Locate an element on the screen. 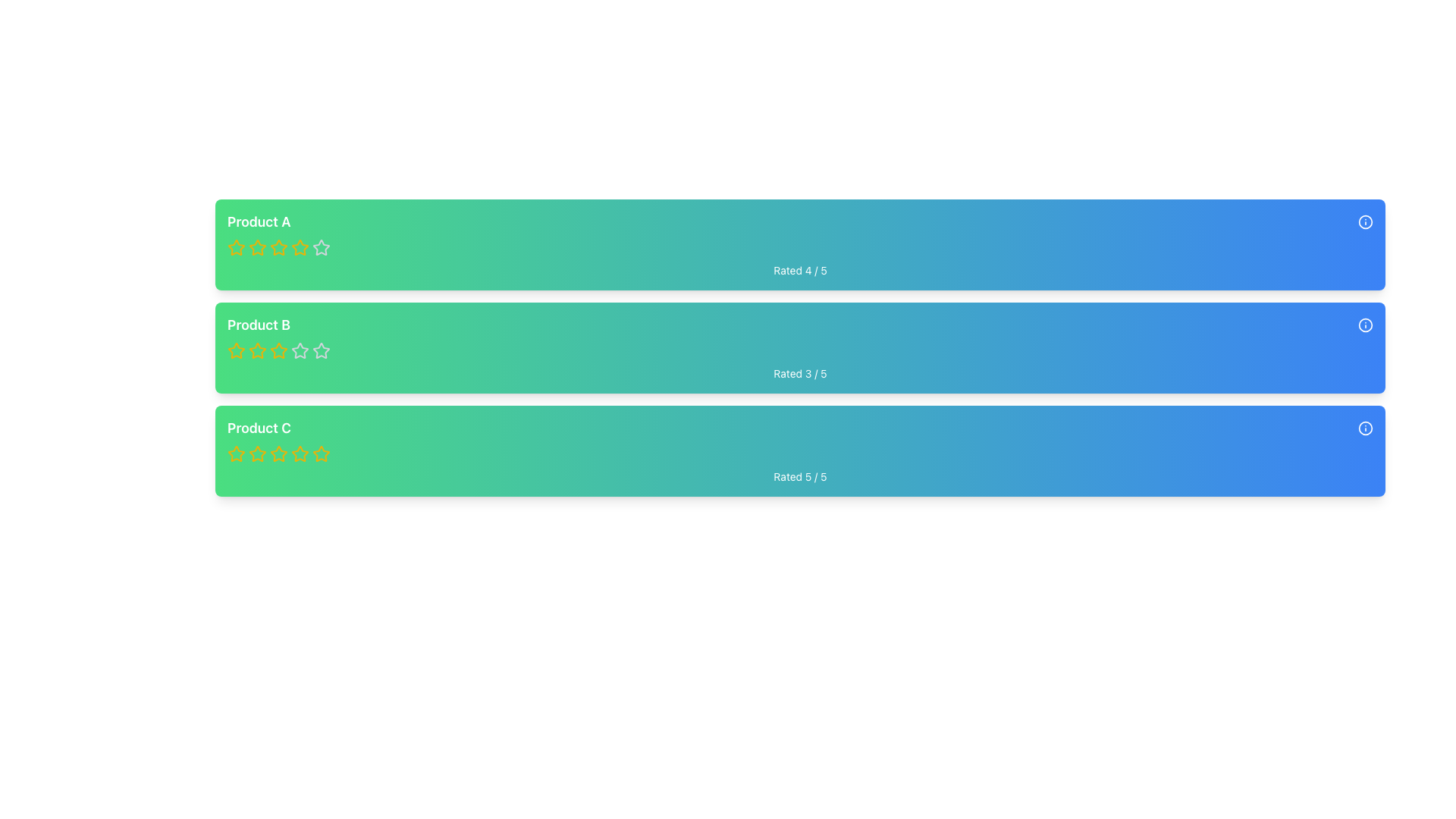 This screenshot has height=819, width=1456. the white circular icon containing the letter 'i' located on the right side of the blue rectangular section labeled 'Product B' is located at coordinates (1365, 324).